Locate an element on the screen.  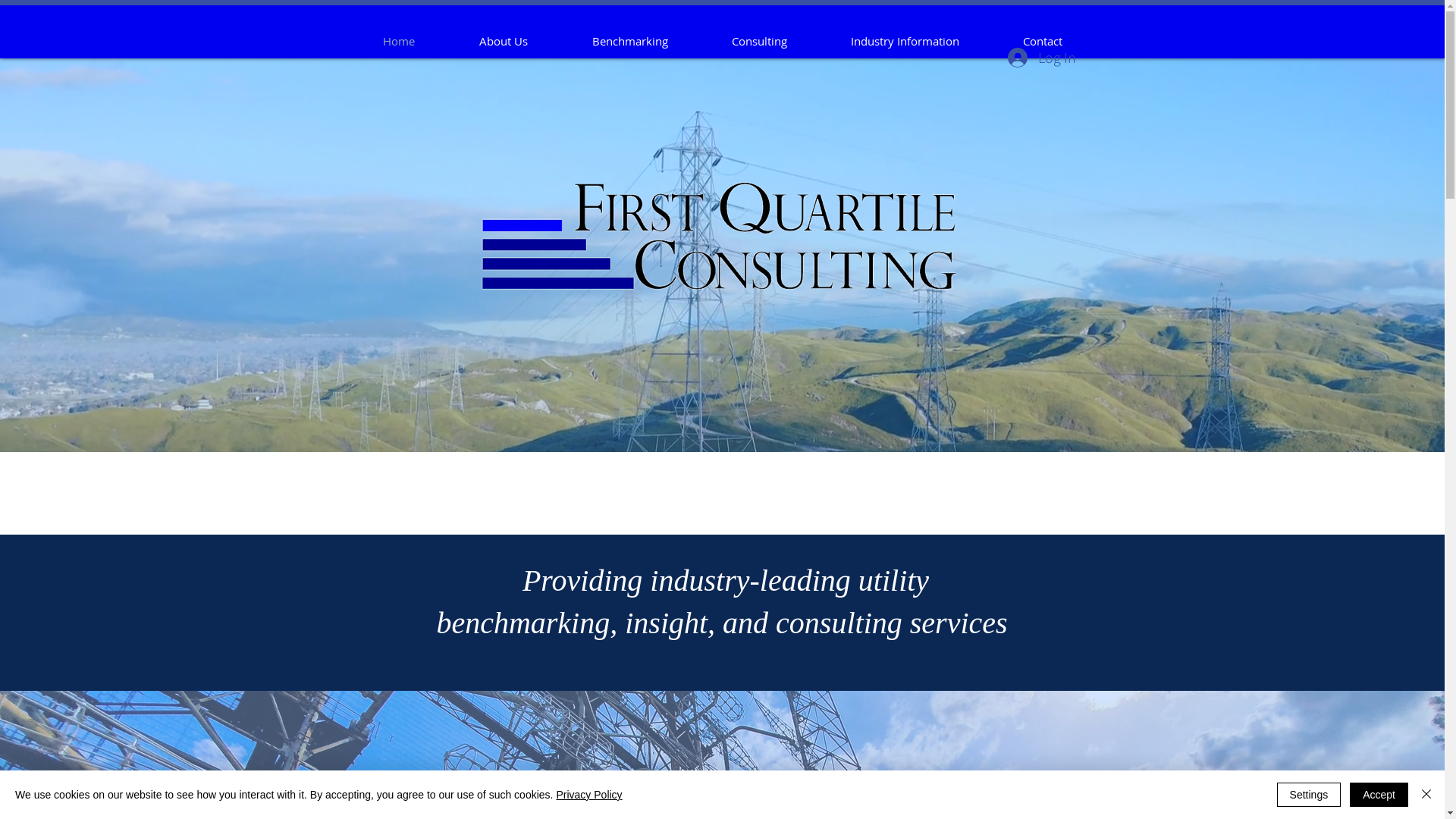
'Log In' is located at coordinates (1040, 57).